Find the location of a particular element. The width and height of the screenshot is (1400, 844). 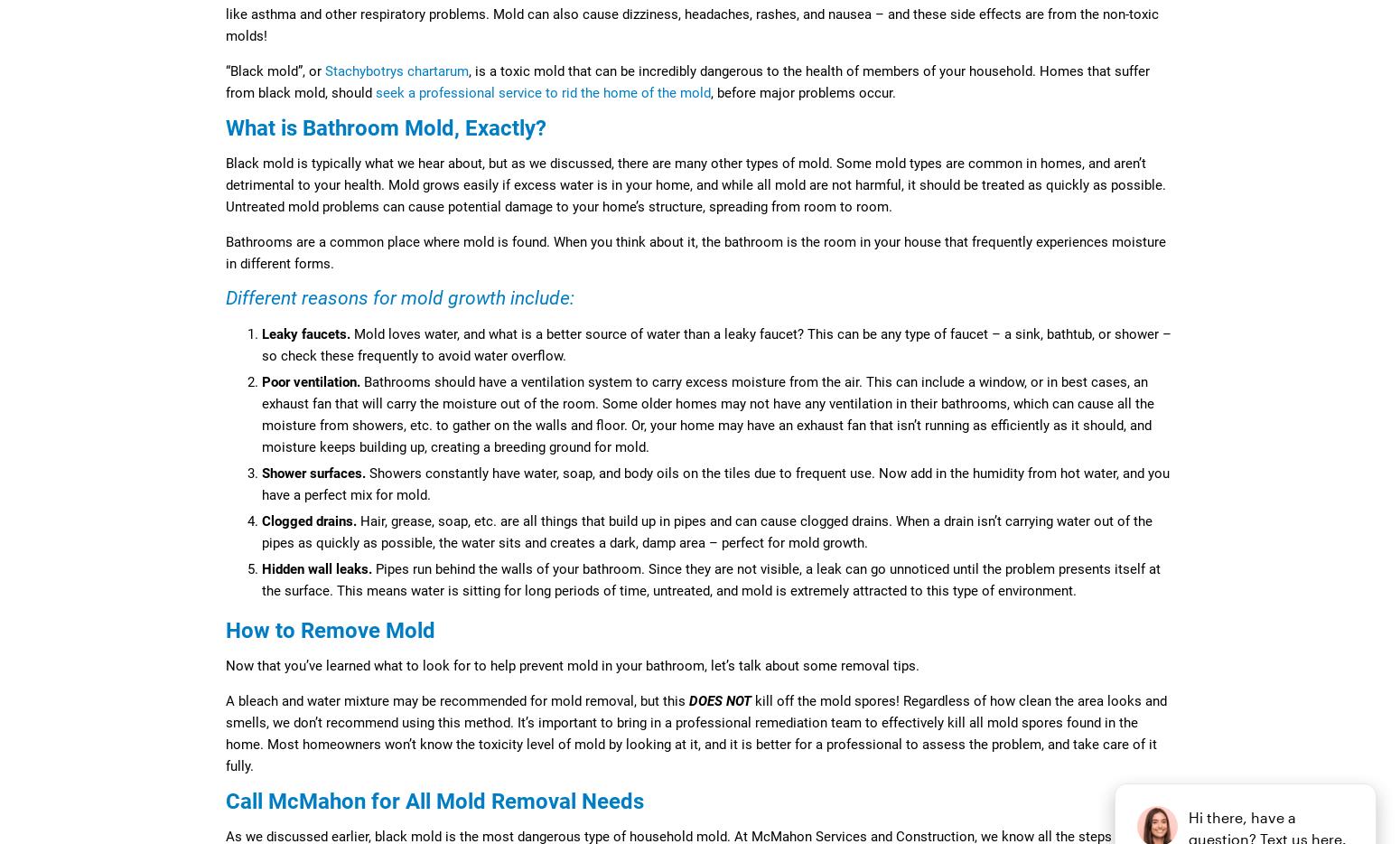

'Hair, grease, soap, etc. are all things that build up in pipes and can cause clogged drains. When a drain isn’t carrying water out of the pipes as quickly as possible, the water sits and creates a dark, damp area – perfect for mold growth.' is located at coordinates (262, 530).